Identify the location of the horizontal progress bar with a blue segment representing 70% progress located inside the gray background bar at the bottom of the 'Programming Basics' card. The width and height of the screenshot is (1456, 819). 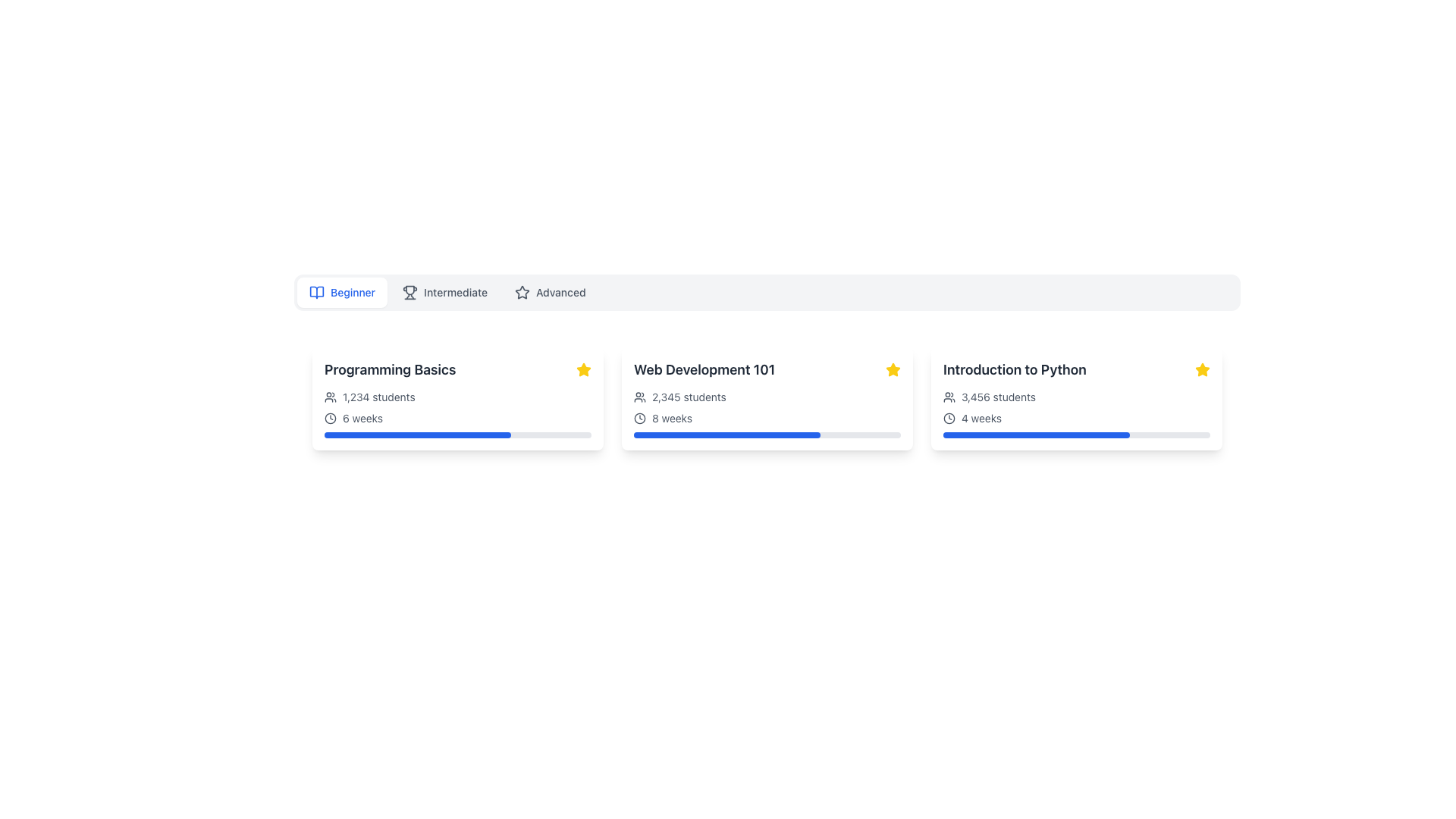
(418, 435).